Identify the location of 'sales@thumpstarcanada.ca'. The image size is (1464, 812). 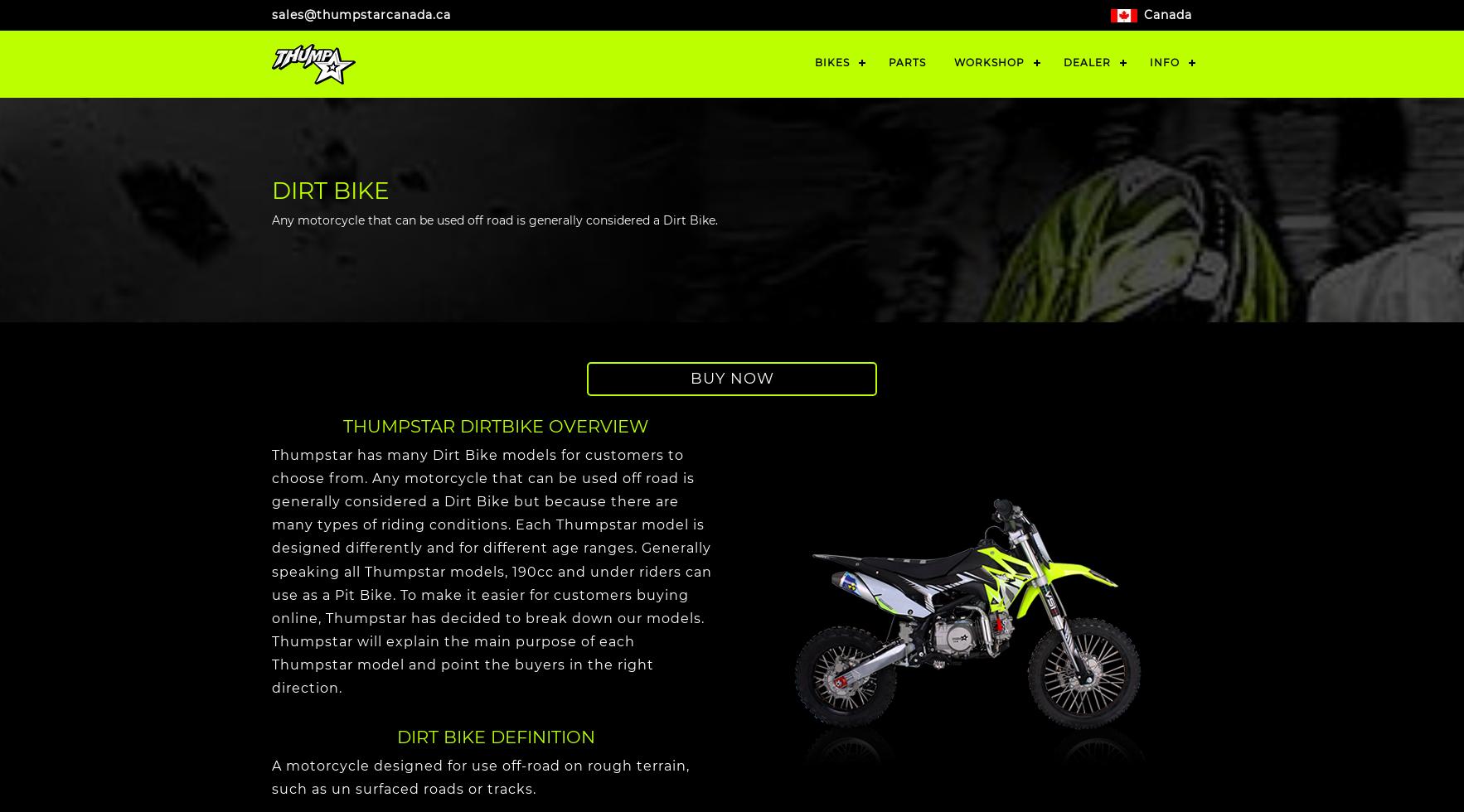
(361, 15).